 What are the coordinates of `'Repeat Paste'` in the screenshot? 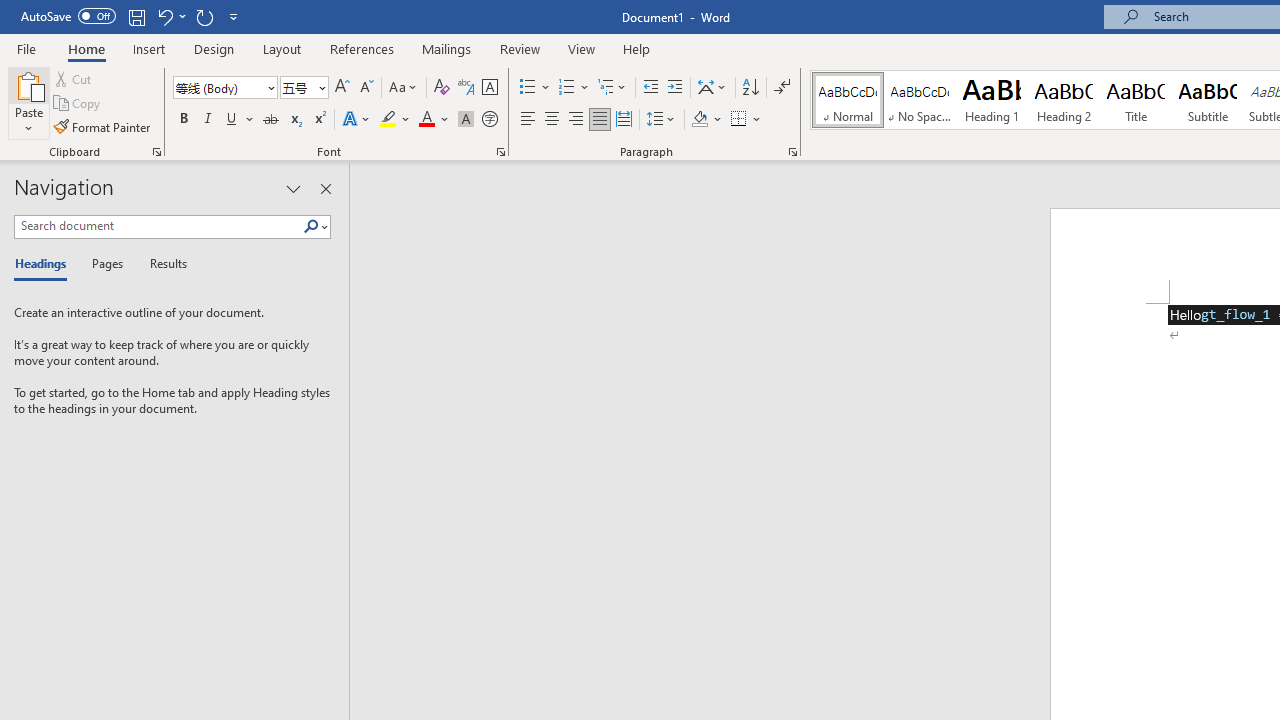 It's located at (204, 16).